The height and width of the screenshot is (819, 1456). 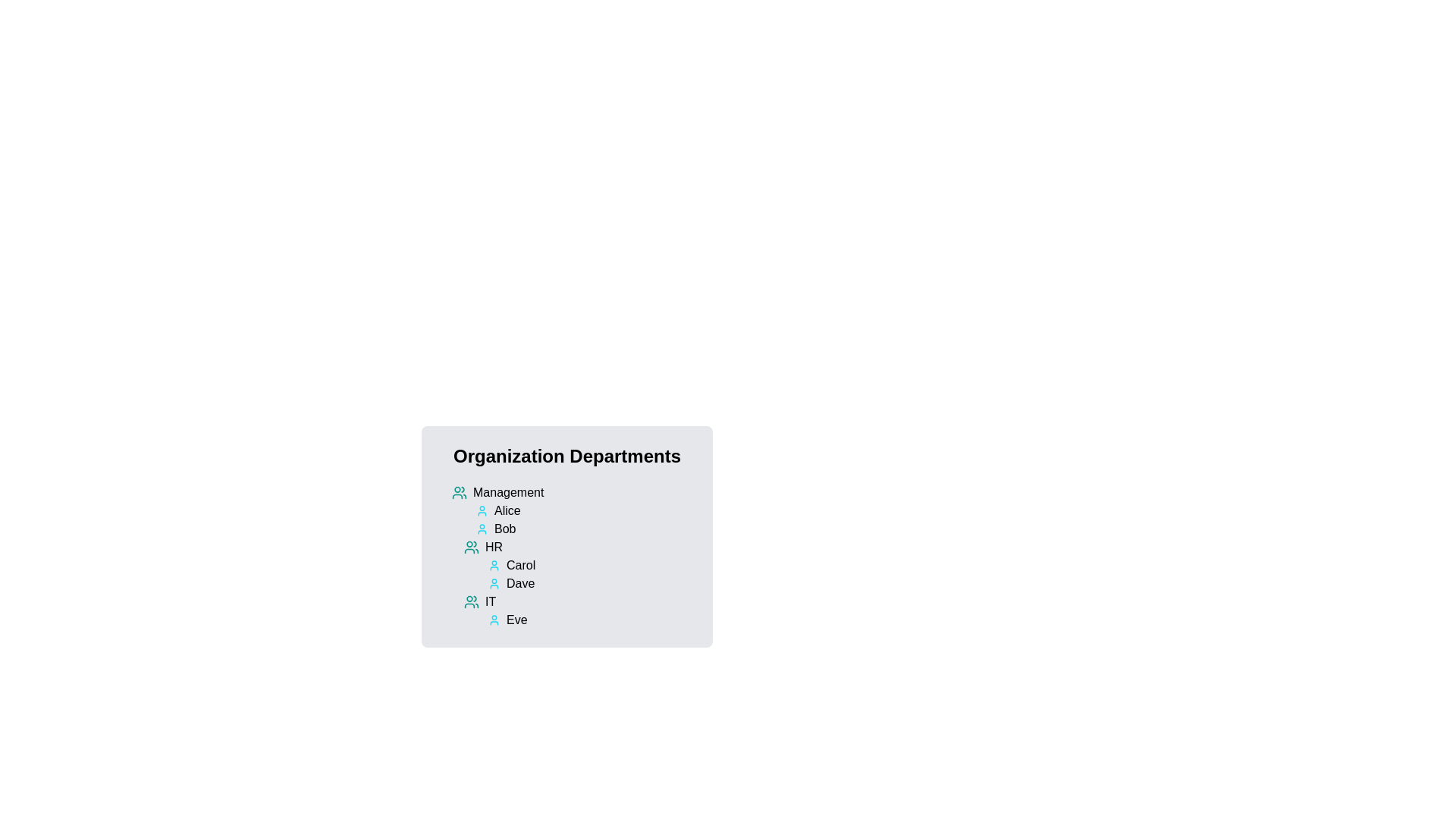 I want to click on the visual representation of 'Eve' in the 'IT' department within the 'Organization Departments' list, located at the bottom of the IT section, so click(x=590, y=620).